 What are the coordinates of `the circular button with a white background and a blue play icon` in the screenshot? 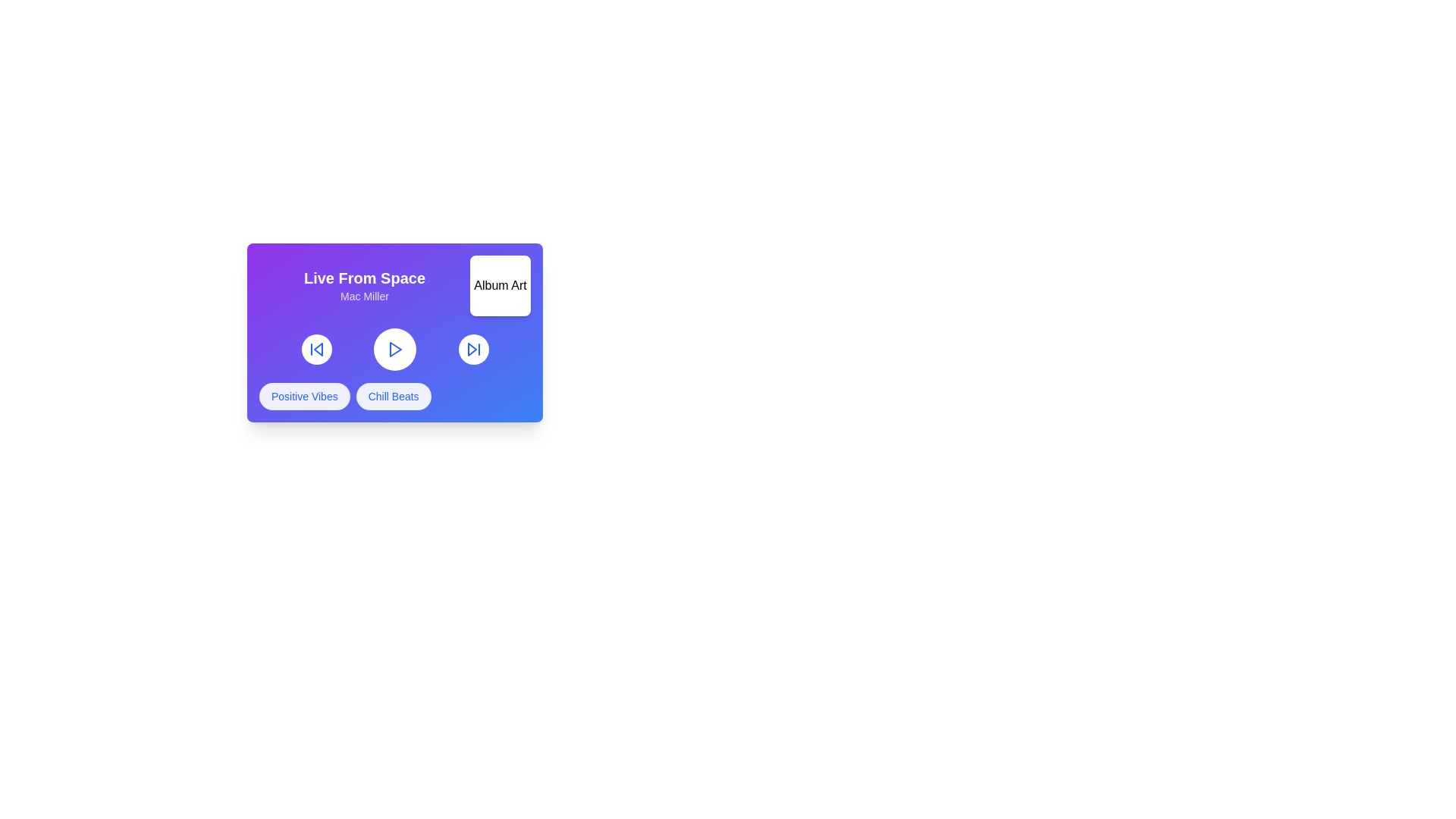 It's located at (395, 350).